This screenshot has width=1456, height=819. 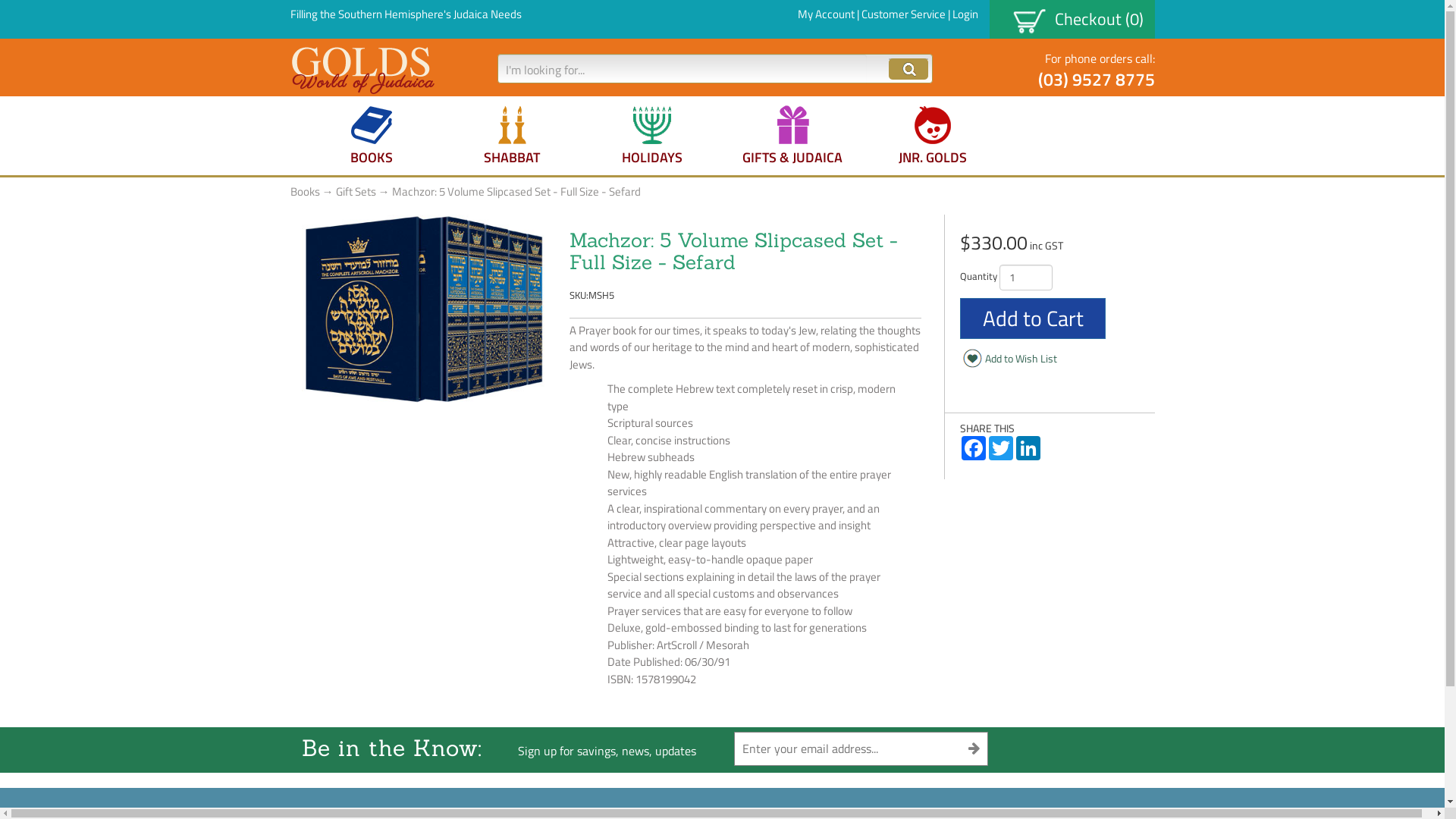 What do you see at coordinates (371, 134) in the screenshot?
I see `'BOOKS'` at bounding box center [371, 134].